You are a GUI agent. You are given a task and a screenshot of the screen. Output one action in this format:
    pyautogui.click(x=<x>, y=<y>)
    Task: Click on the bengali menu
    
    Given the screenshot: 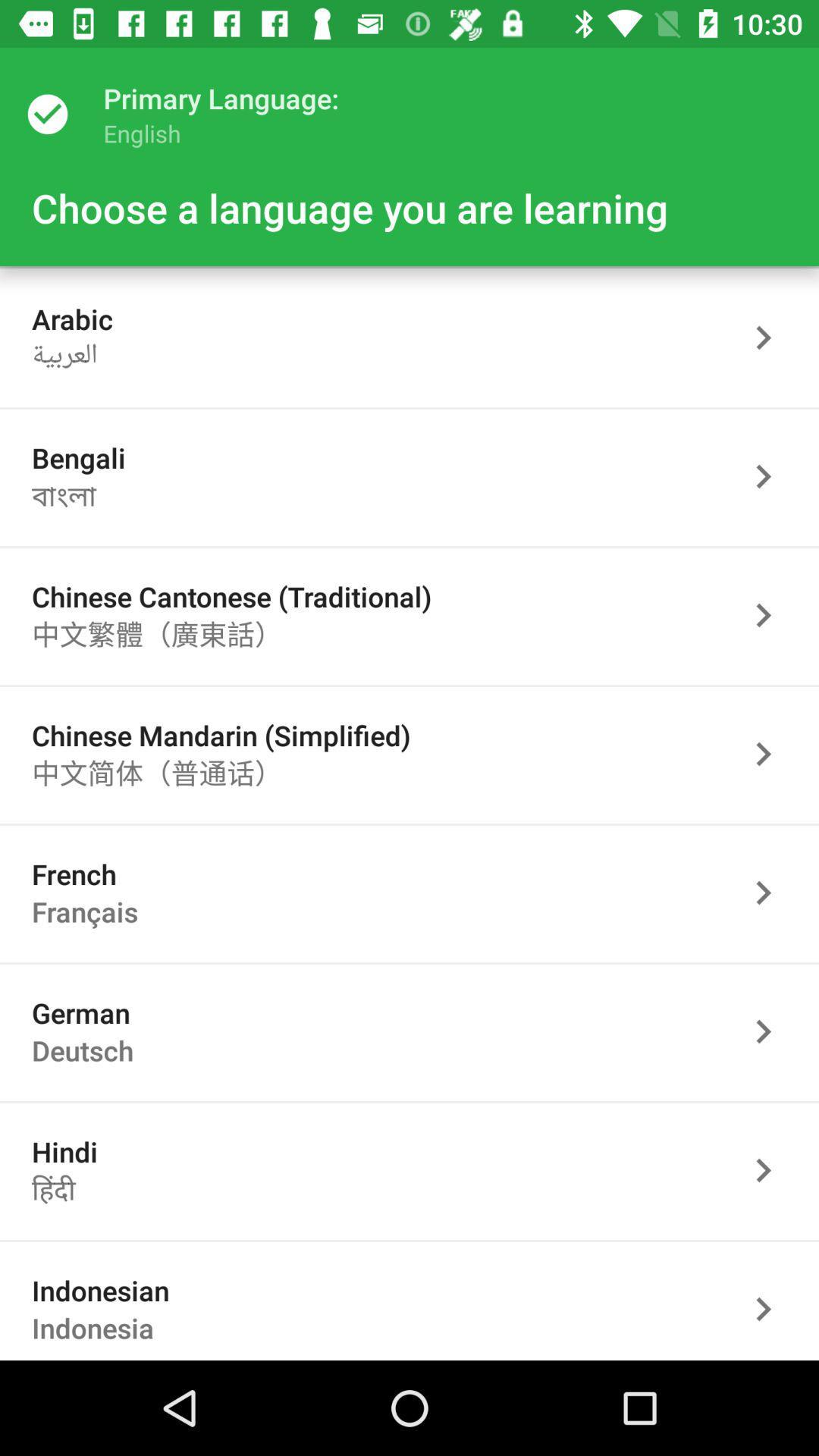 What is the action you would take?
    pyautogui.click(x=771, y=475)
    